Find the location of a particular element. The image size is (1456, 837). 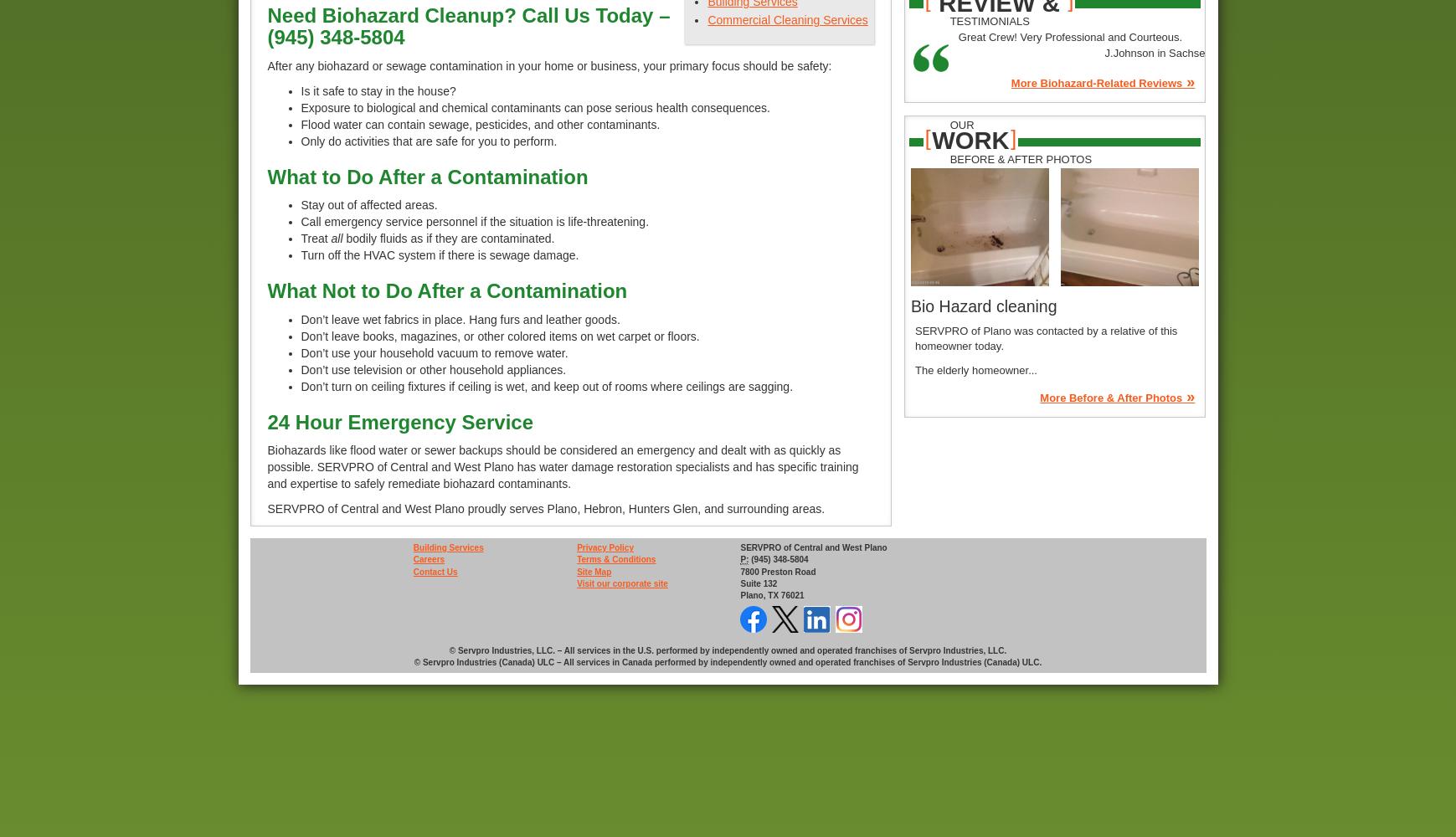

'Contact Us' is located at coordinates (435, 571).